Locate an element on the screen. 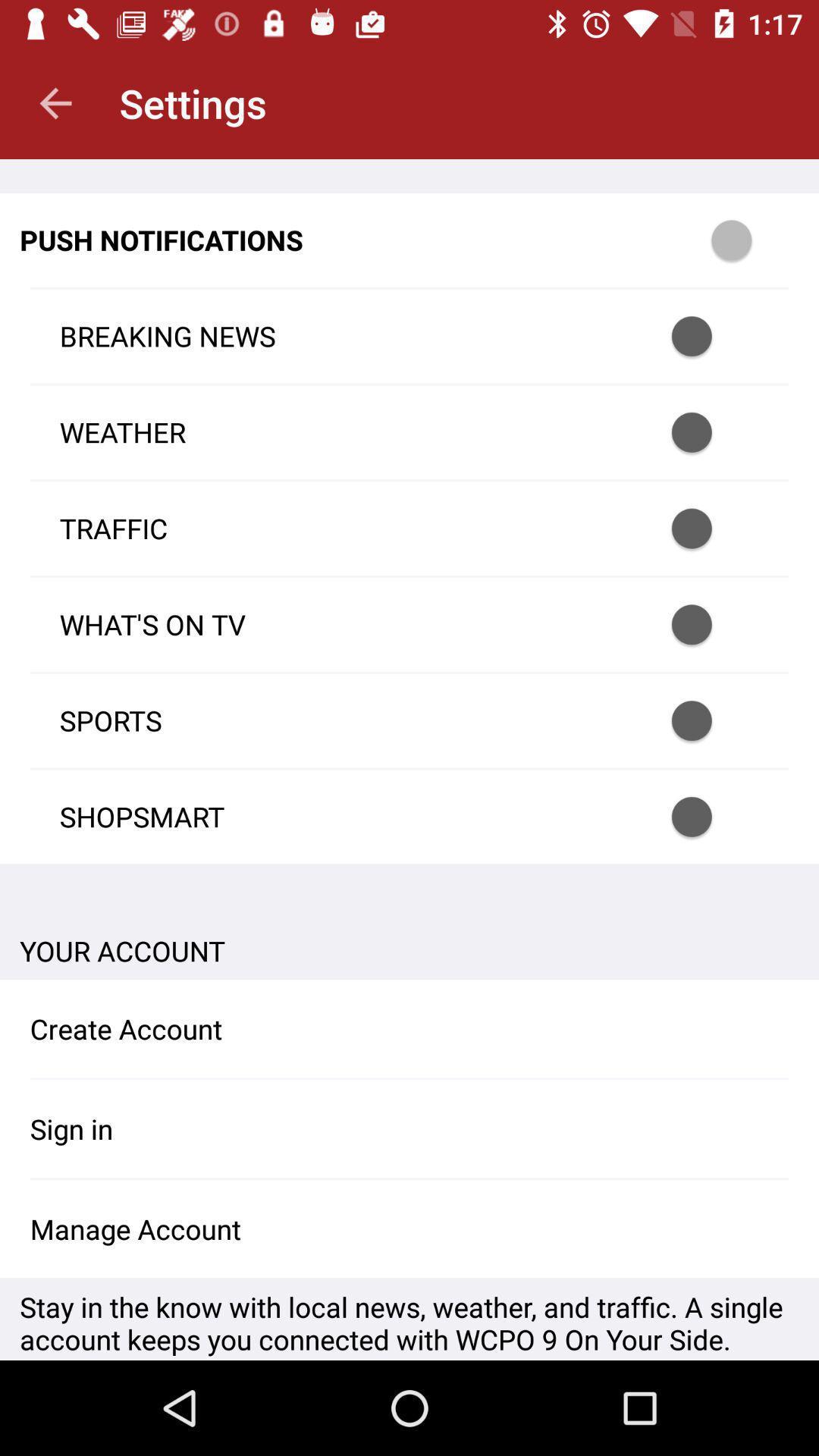 The height and width of the screenshot is (1456, 819). push notifications option is located at coordinates (752, 239).